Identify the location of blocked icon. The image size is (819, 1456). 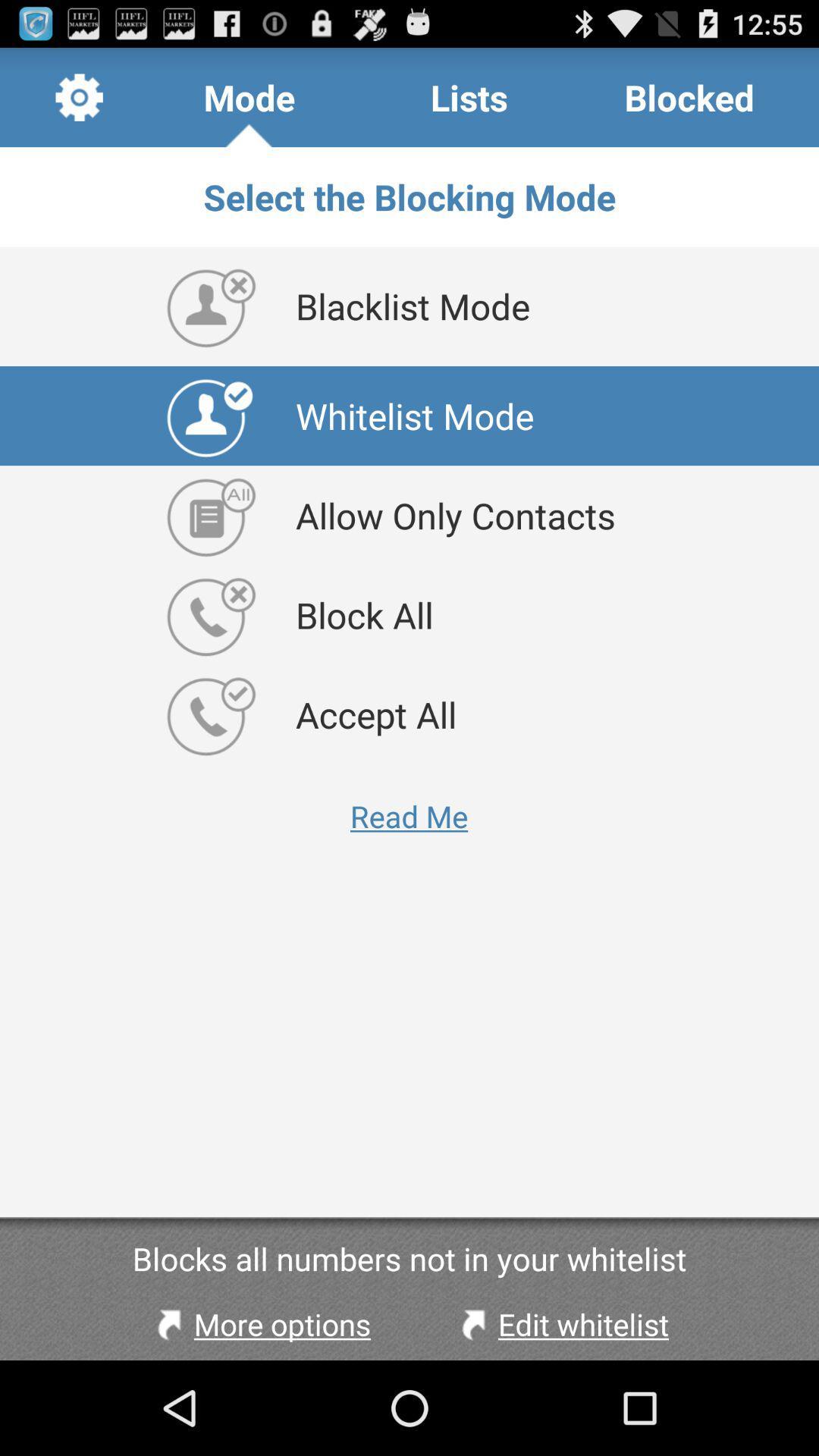
(689, 96).